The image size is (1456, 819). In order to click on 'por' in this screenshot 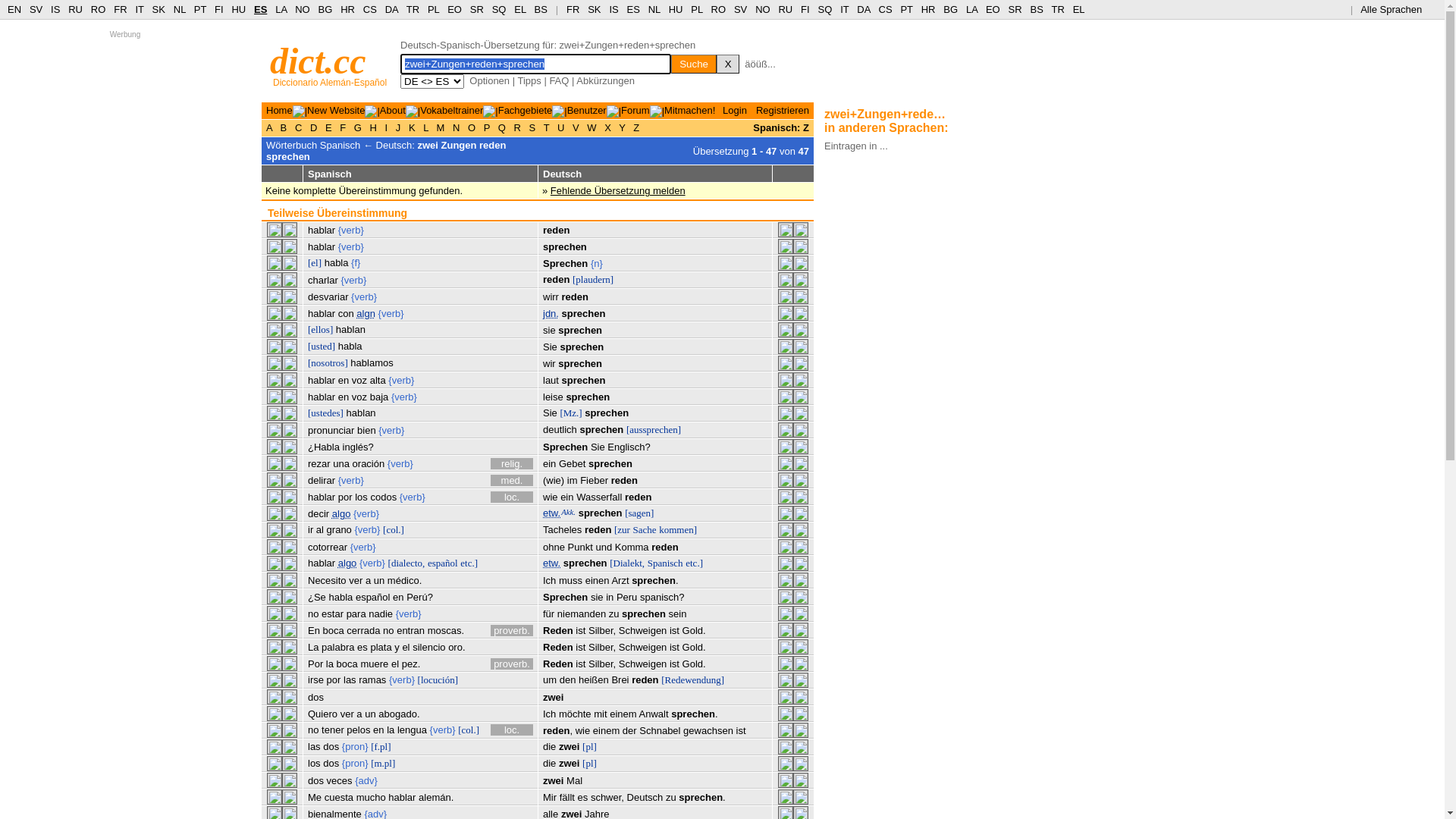, I will do `click(344, 497)`.